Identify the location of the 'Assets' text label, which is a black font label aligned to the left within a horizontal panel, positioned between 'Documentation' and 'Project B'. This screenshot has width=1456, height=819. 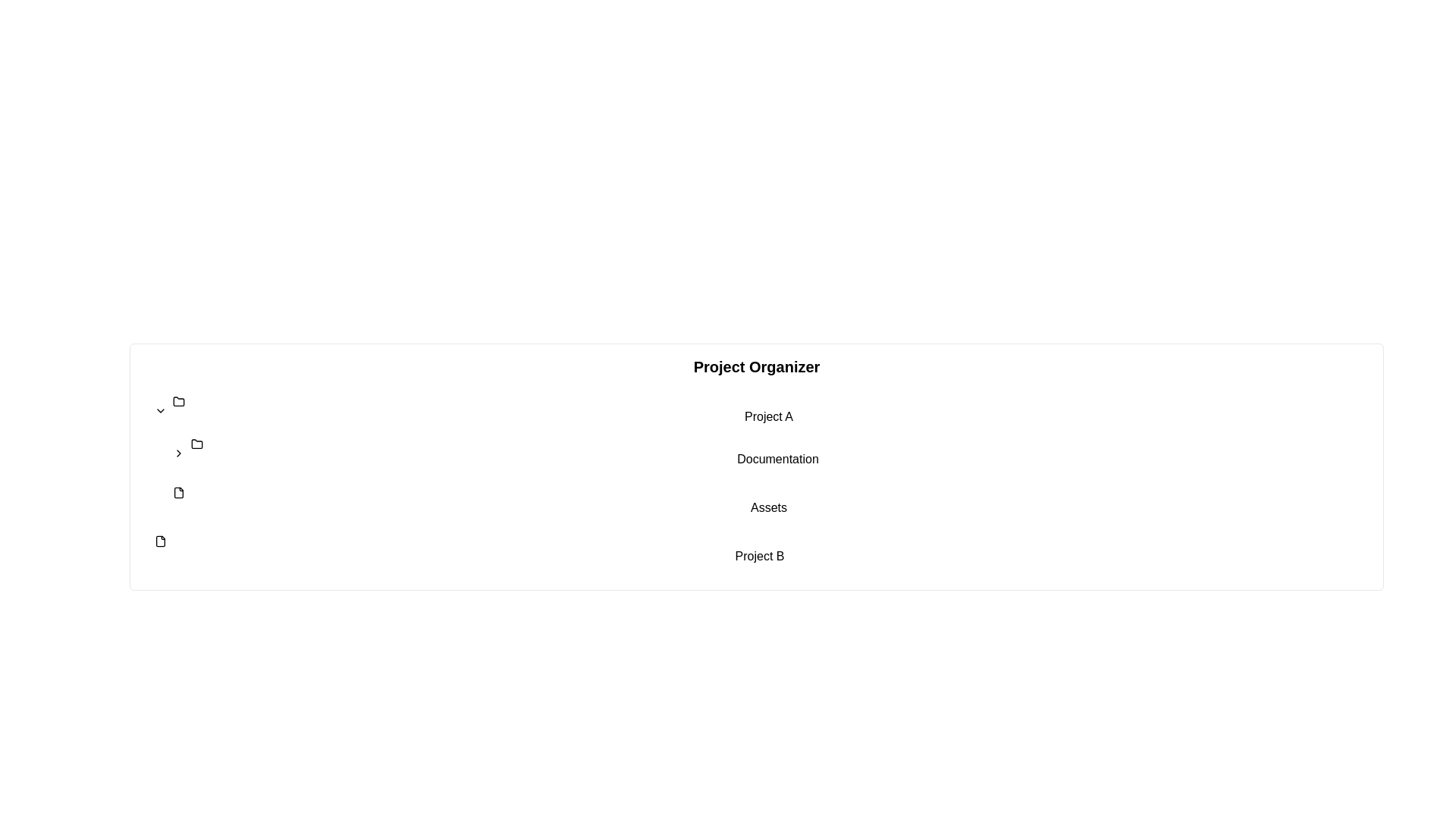
(768, 502).